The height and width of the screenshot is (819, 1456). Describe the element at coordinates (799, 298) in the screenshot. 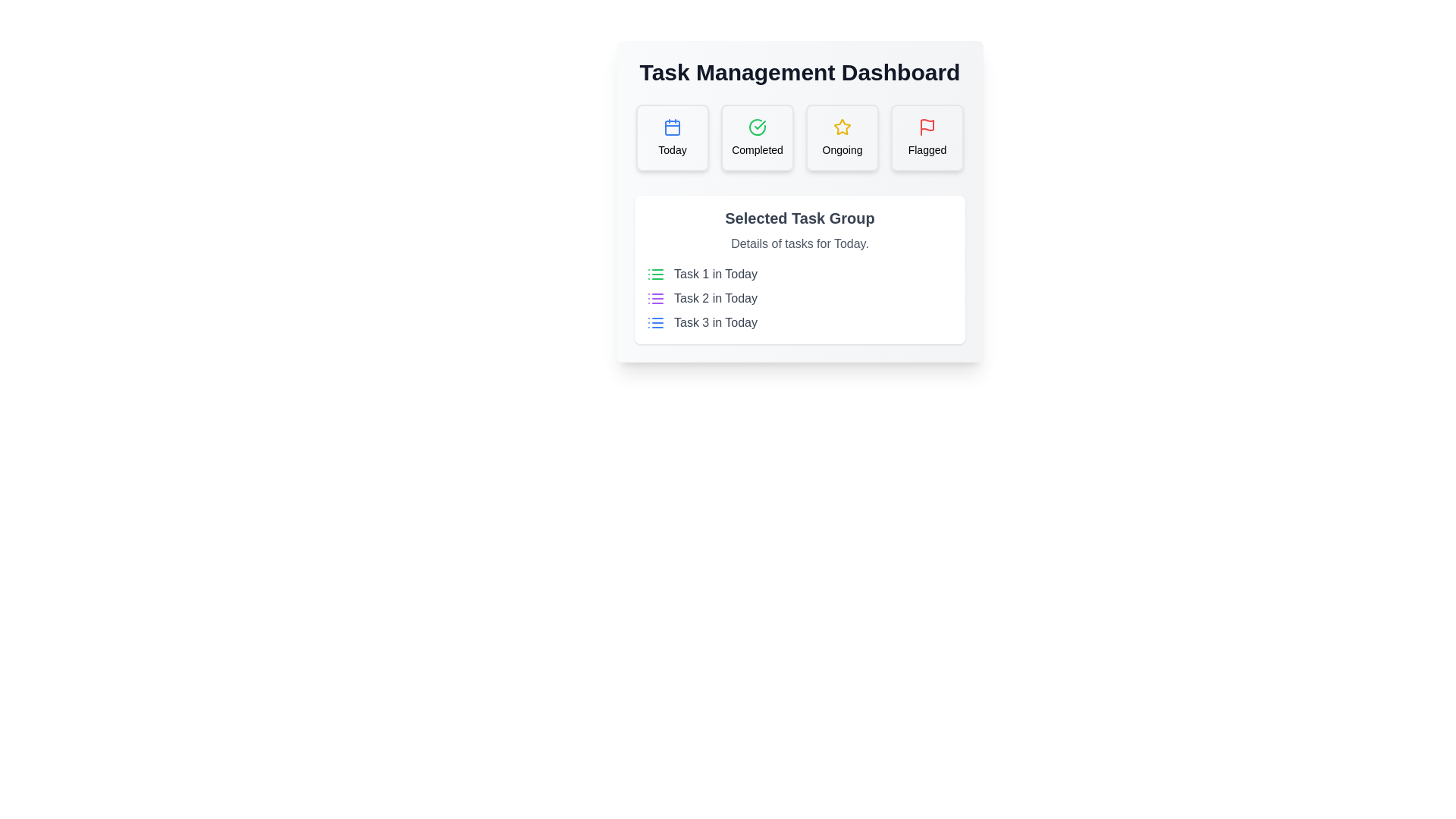

I see `the second task entry in the list, which is located directly below 'Task 1 in Today' and above 'Task 3 in Today' in the 'Selected Task Group'` at that location.